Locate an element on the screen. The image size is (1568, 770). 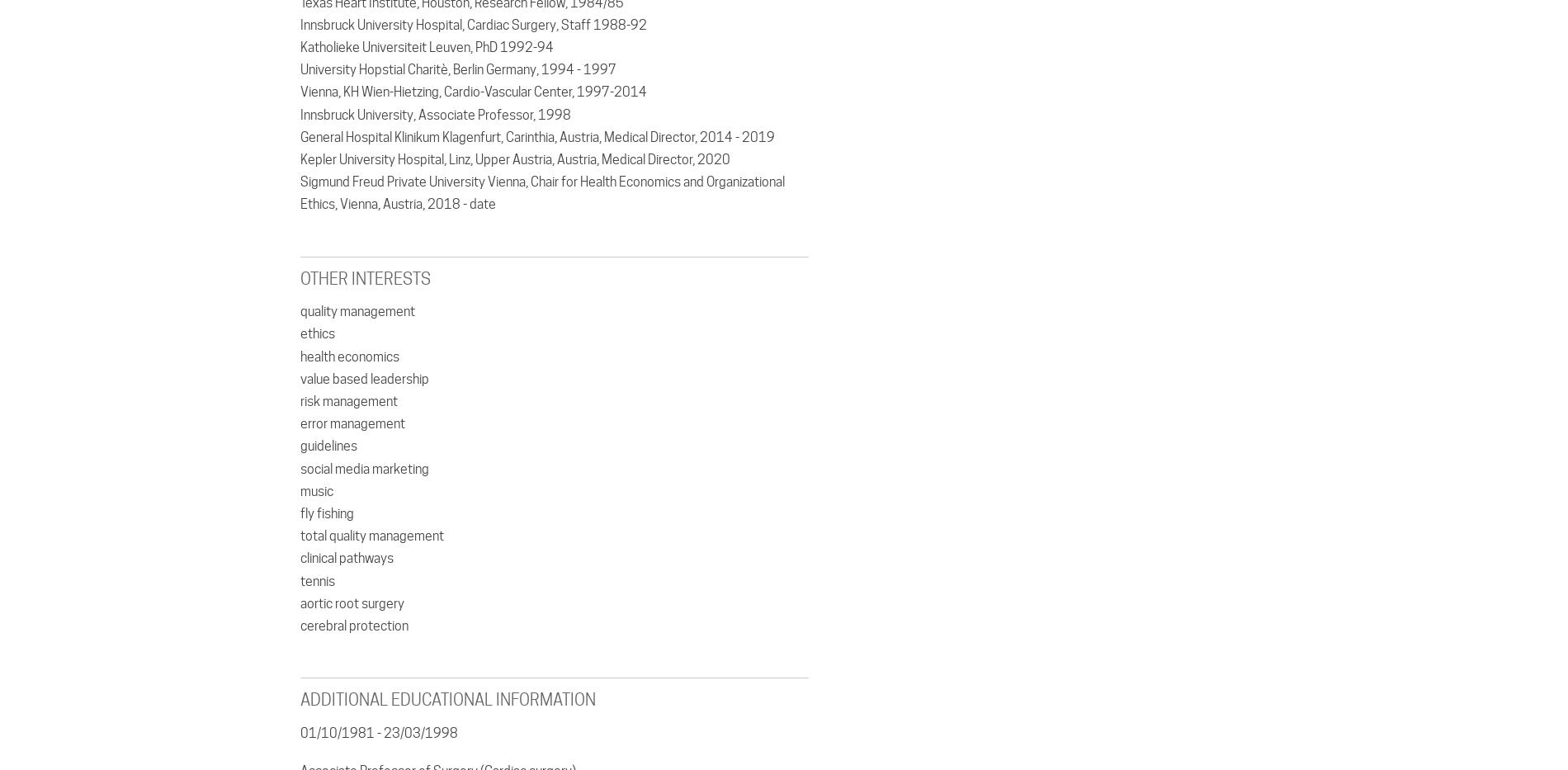
'health economics' is located at coordinates (349, 355).